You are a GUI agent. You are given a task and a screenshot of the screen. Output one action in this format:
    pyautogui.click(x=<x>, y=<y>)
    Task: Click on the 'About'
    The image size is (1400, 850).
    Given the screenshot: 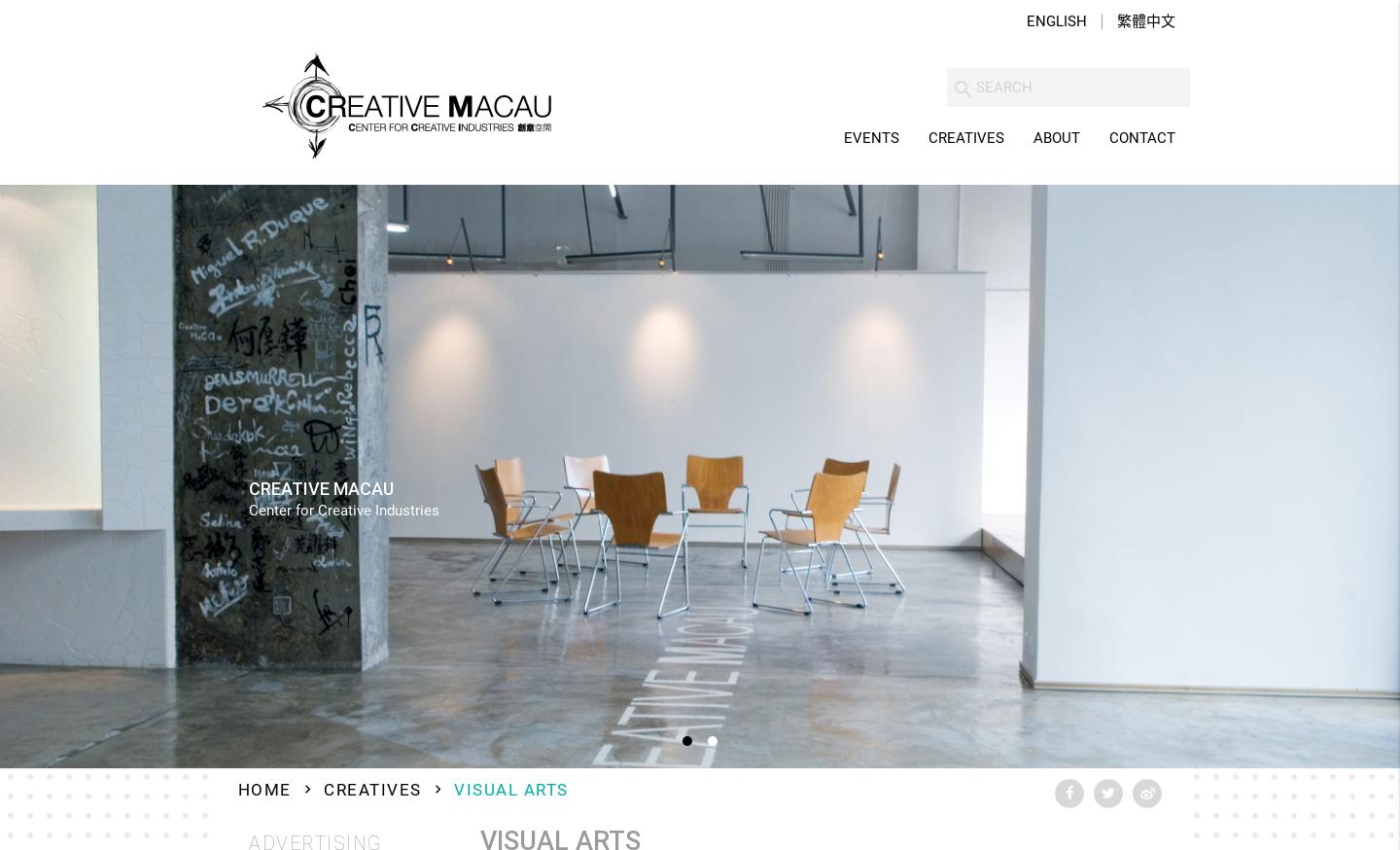 What is the action you would take?
    pyautogui.click(x=1056, y=138)
    